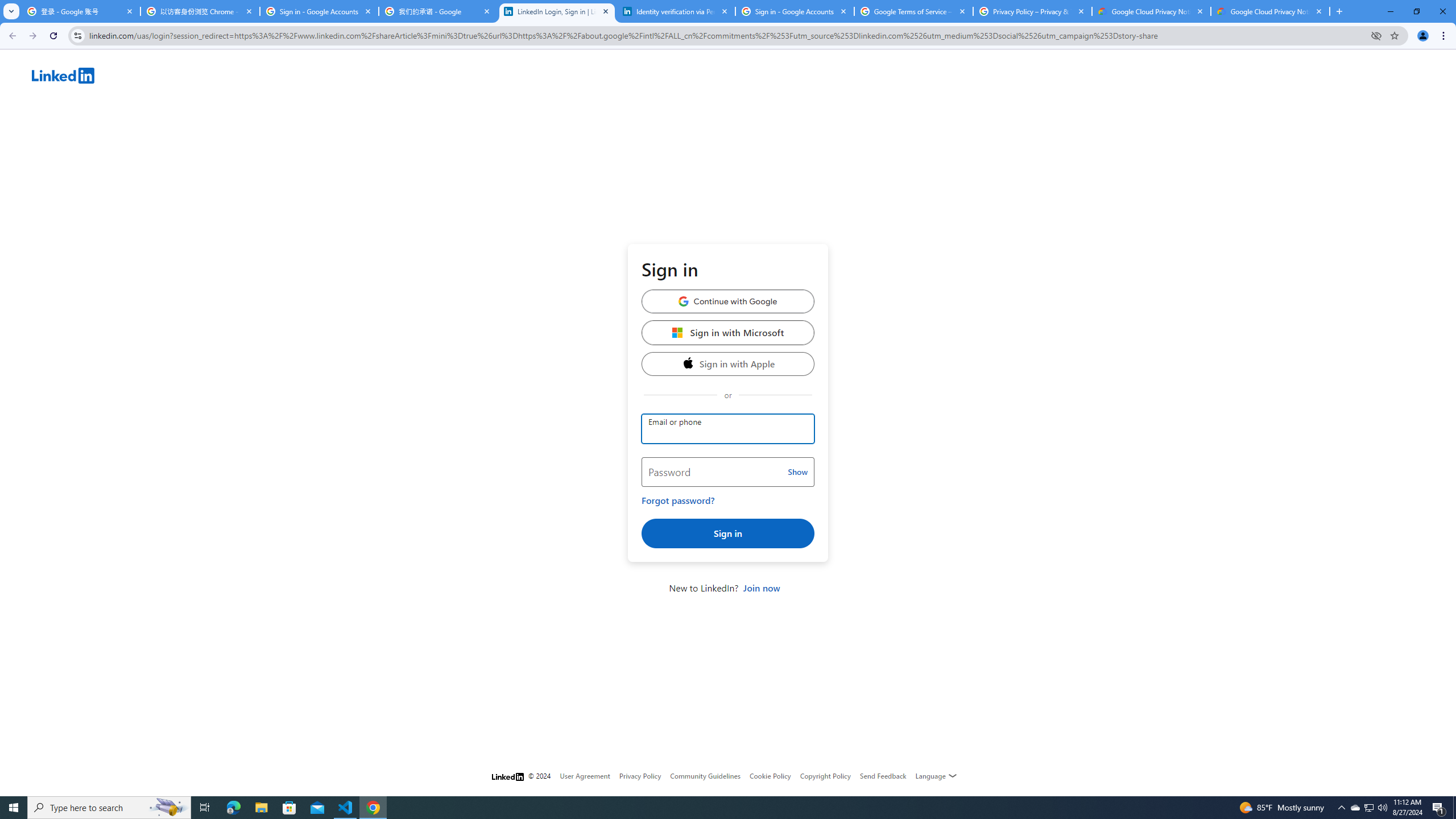 The height and width of the screenshot is (819, 1456). What do you see at coordinates (760, 588) in the screenshot?
I see `'Join now'` at bounding box center [760, 588].